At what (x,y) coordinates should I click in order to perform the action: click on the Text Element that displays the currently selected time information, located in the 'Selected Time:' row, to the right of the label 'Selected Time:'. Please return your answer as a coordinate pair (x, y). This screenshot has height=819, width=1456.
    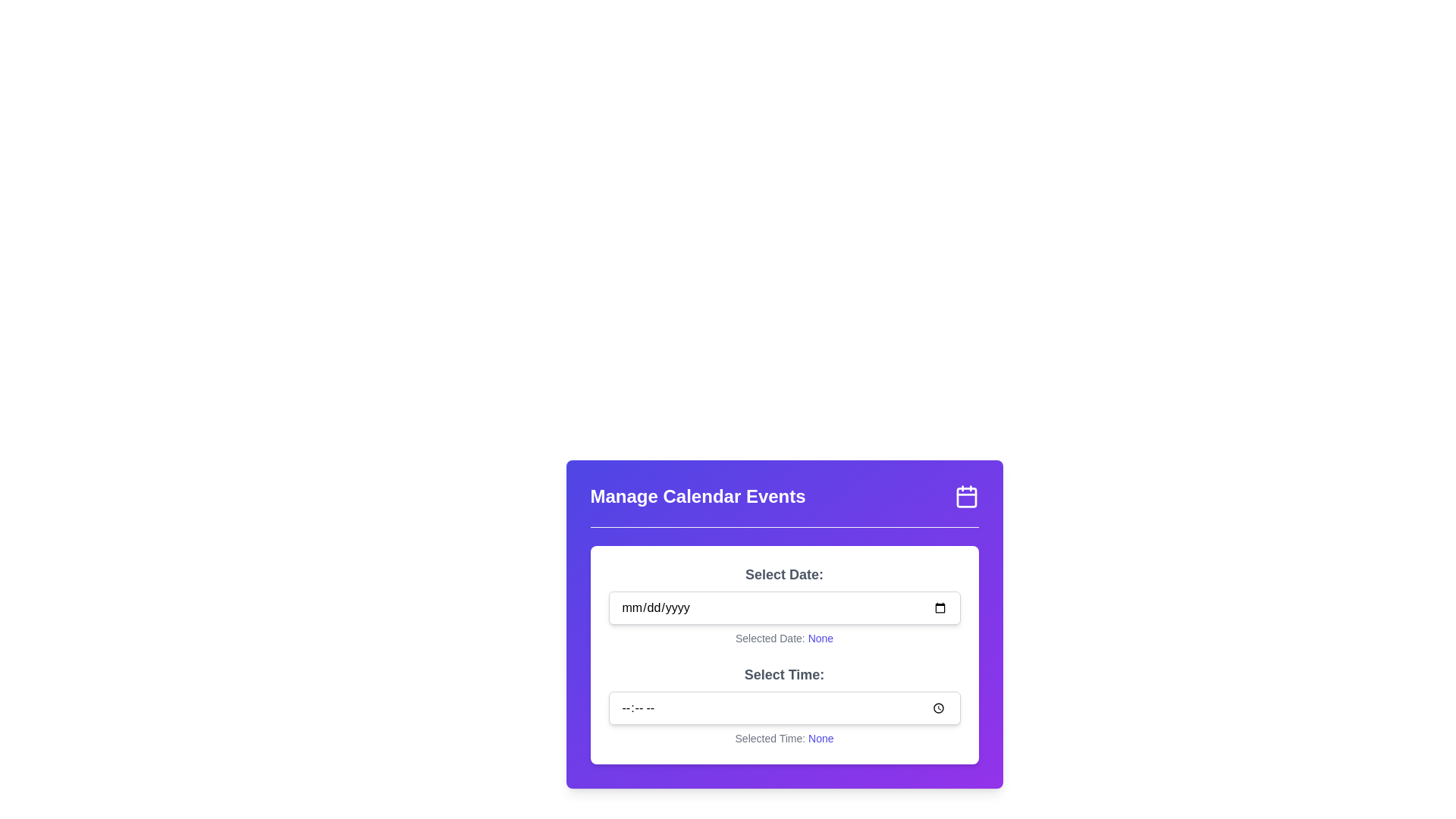
    Looking at the image, I should click on (820, 738).